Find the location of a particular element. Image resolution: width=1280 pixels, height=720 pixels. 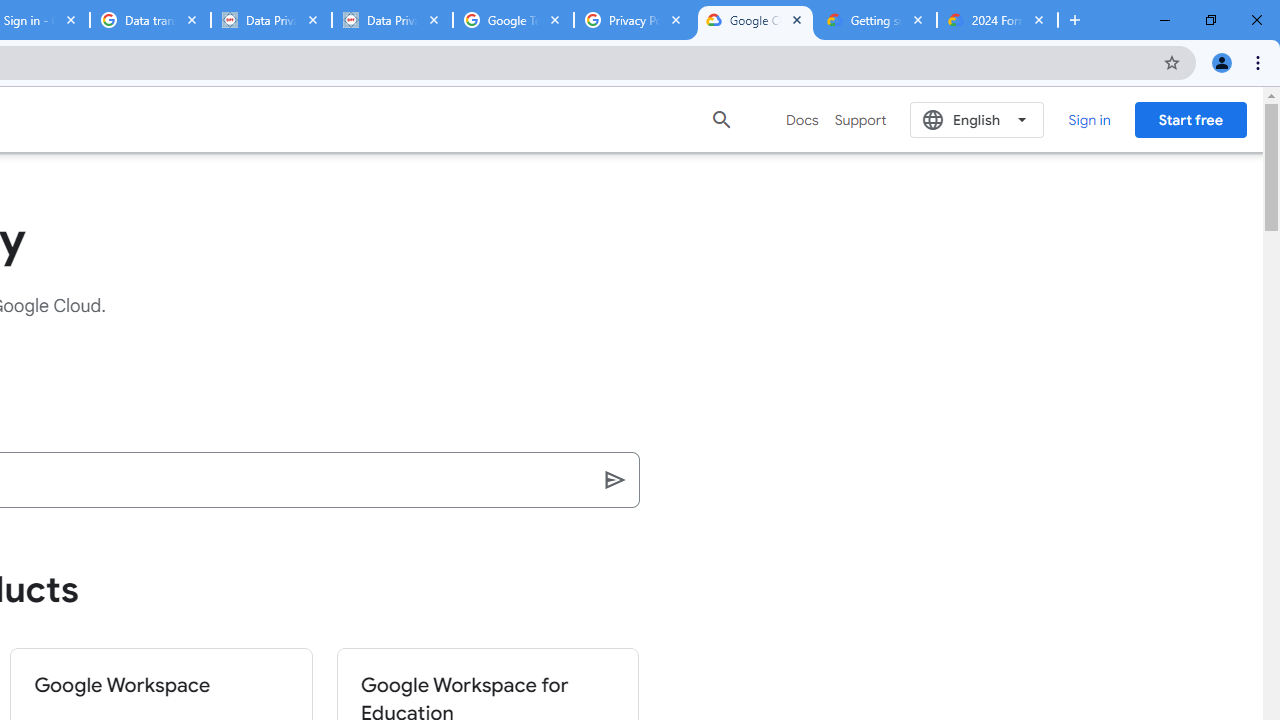

'Minimize' is located at coordinates (1165, 20).